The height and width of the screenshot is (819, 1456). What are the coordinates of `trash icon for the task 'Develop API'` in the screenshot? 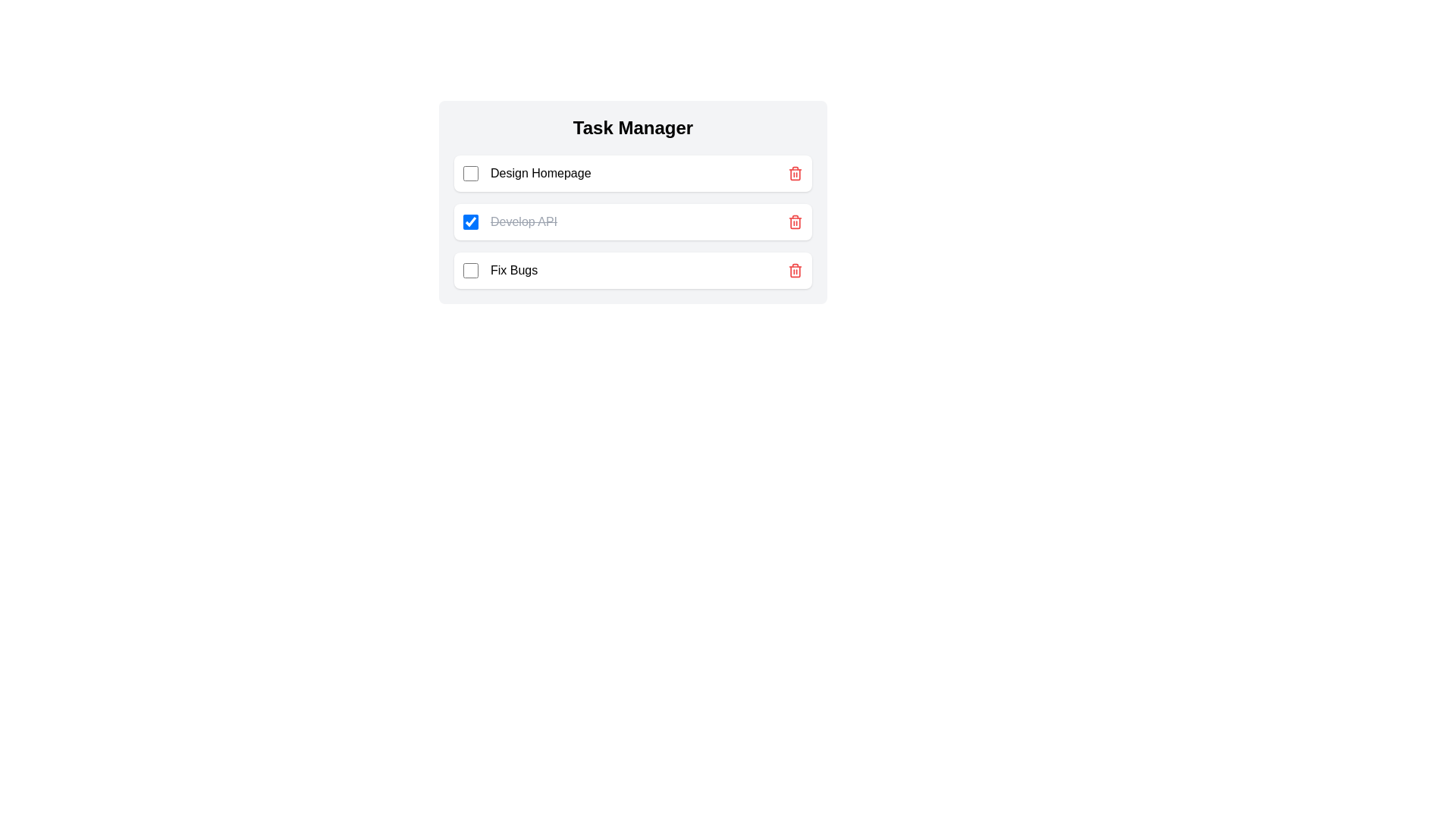 It's located at (795, 222).